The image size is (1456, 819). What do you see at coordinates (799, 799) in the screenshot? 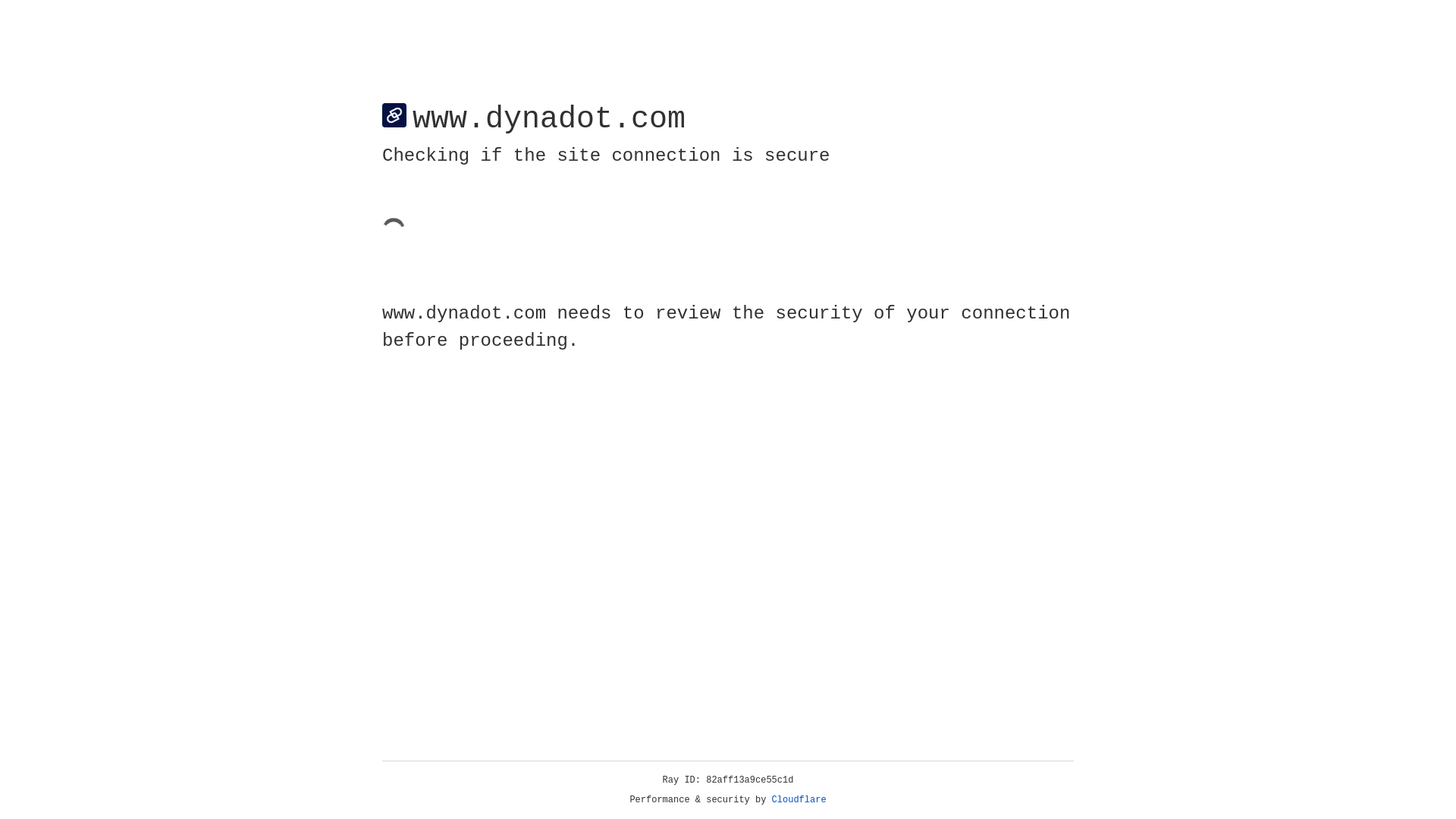
I see `'Cloudflare'` at bounding box center [799, 799].